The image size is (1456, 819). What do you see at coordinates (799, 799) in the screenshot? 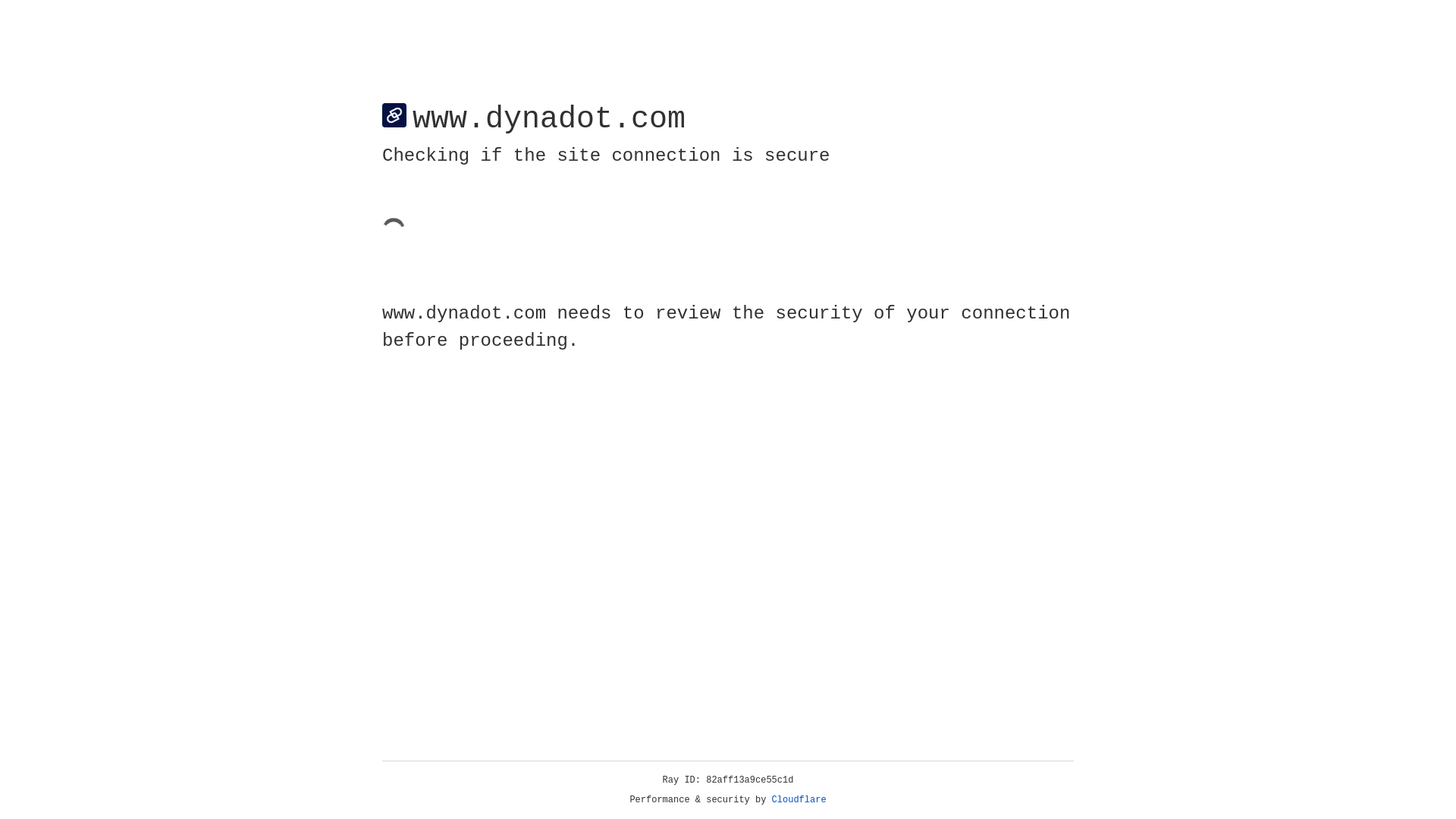
I see `'Cloudflare'` at bounding box center [799, 799].